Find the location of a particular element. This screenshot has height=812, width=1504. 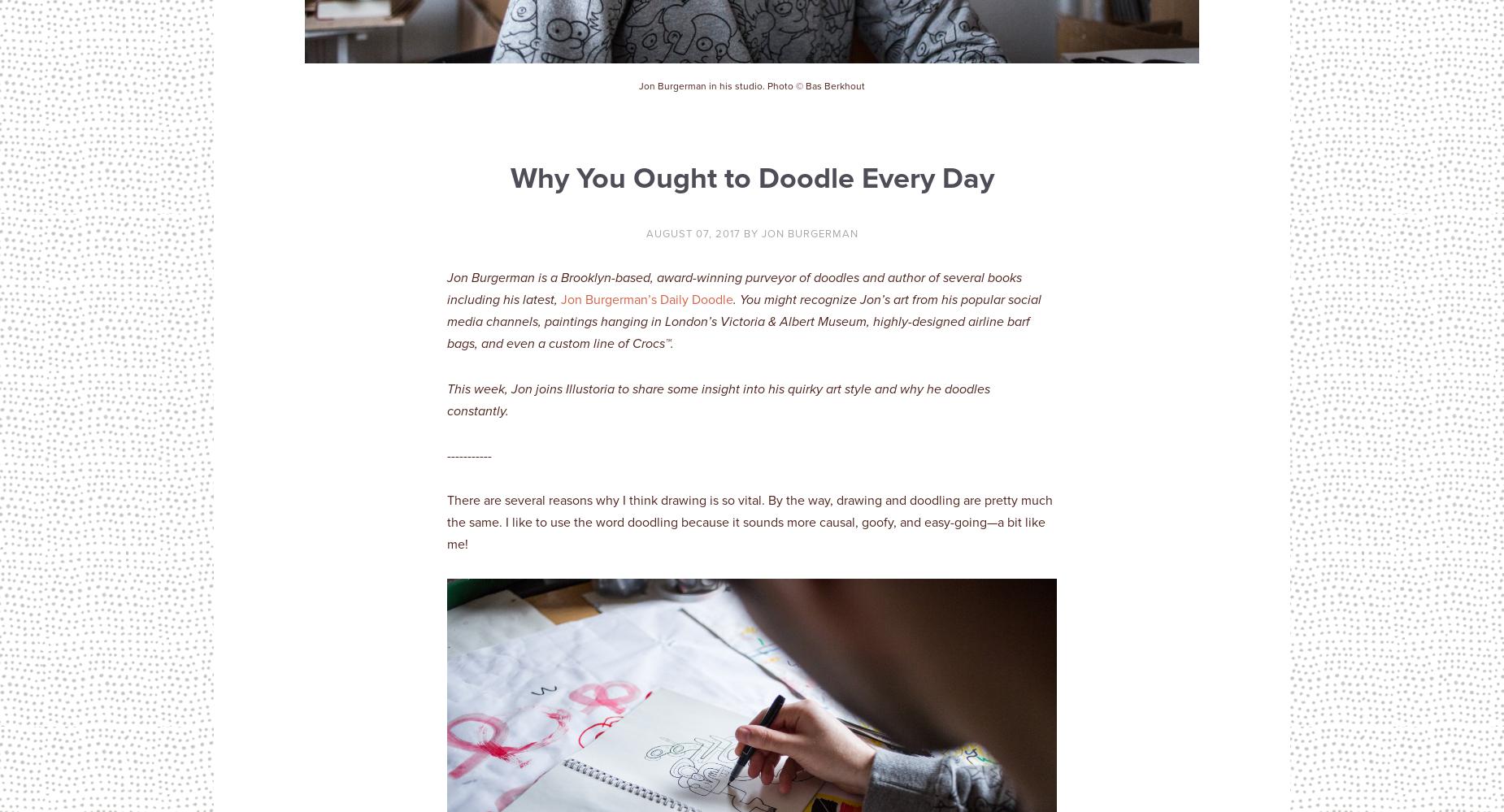

'August 07, 2017' is located at coordinates (692, 232).